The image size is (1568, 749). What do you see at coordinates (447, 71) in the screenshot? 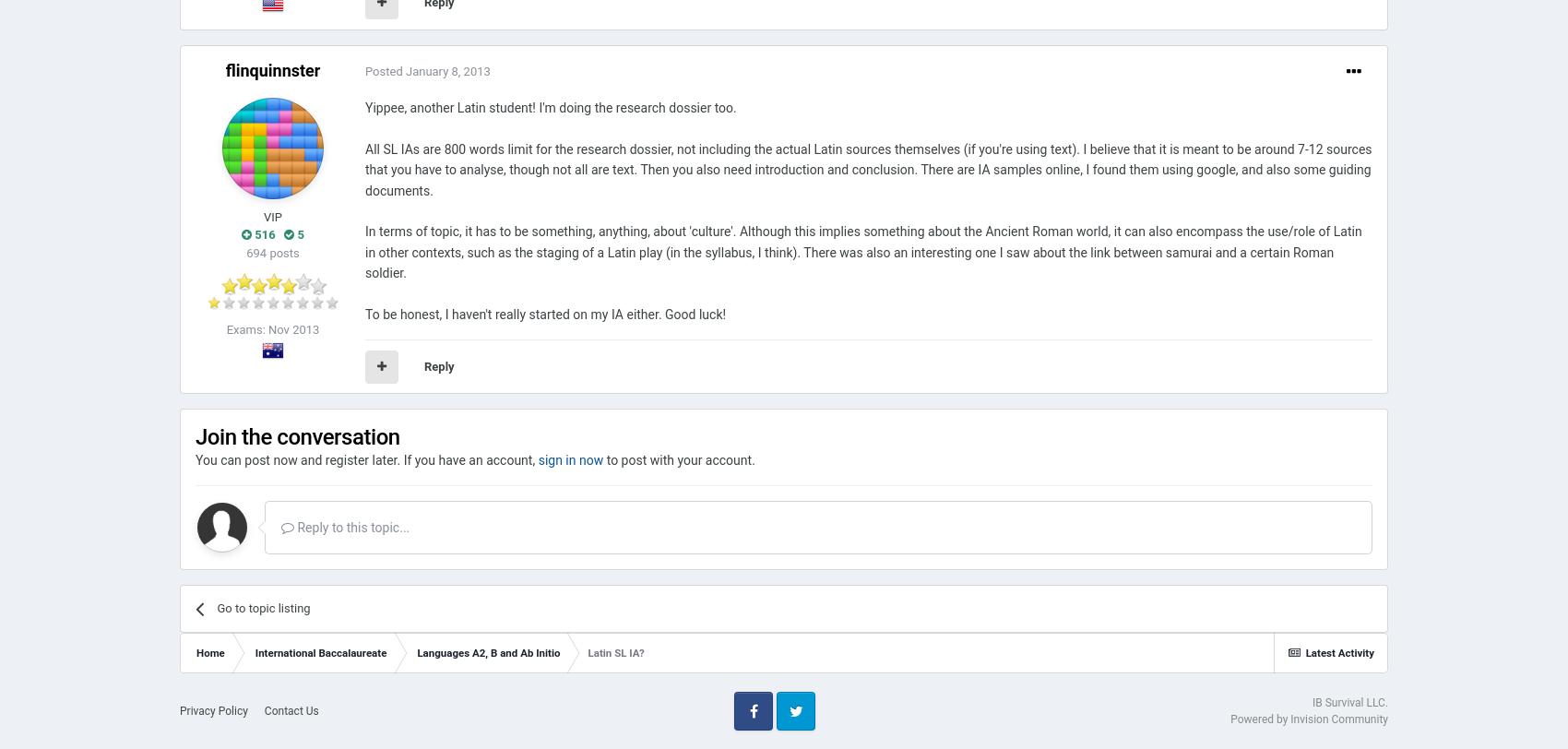
I see `'January 8, 2013'` at bounding box center [447, 71].